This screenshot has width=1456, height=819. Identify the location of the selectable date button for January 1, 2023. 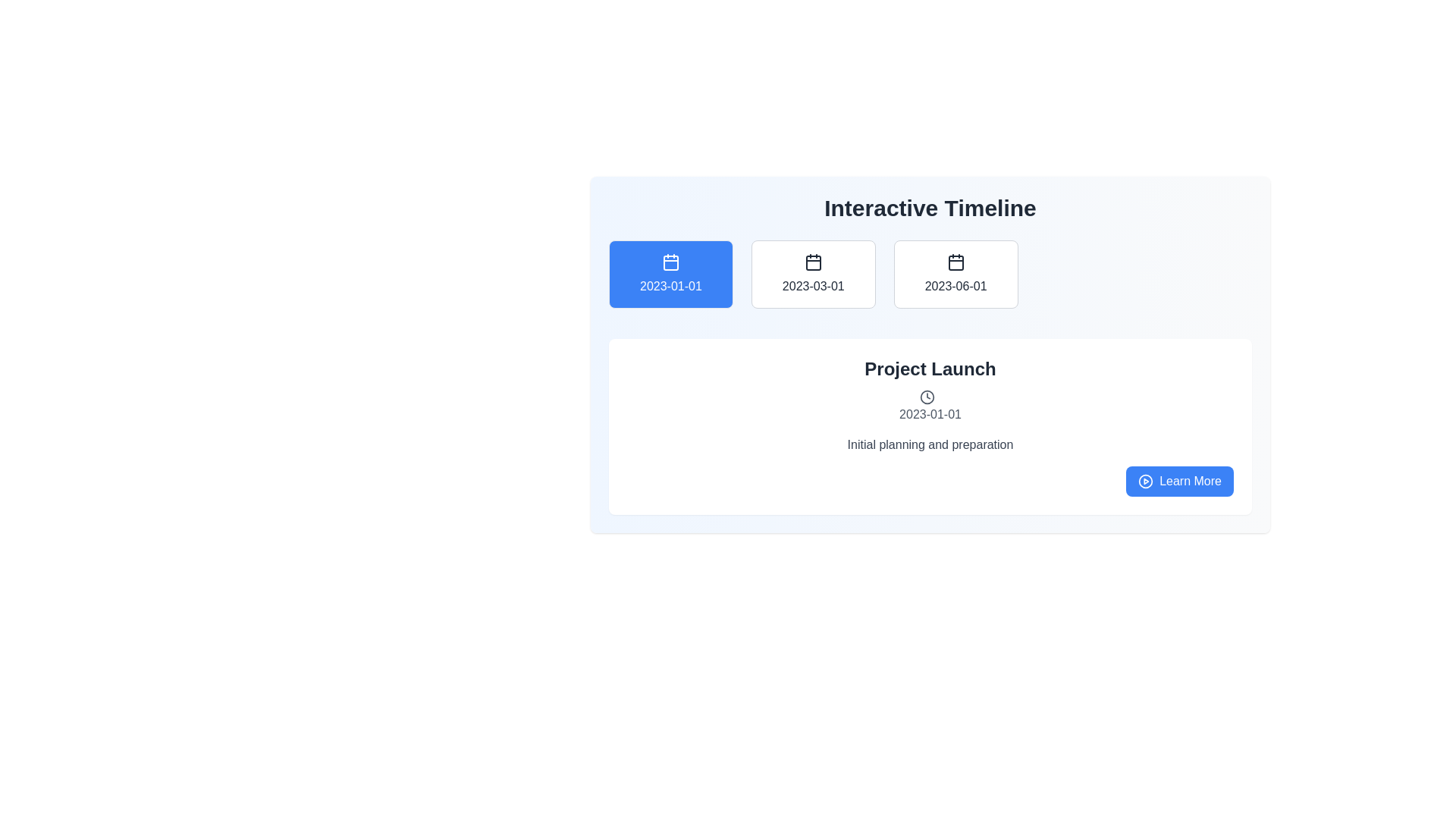
(670, 275).